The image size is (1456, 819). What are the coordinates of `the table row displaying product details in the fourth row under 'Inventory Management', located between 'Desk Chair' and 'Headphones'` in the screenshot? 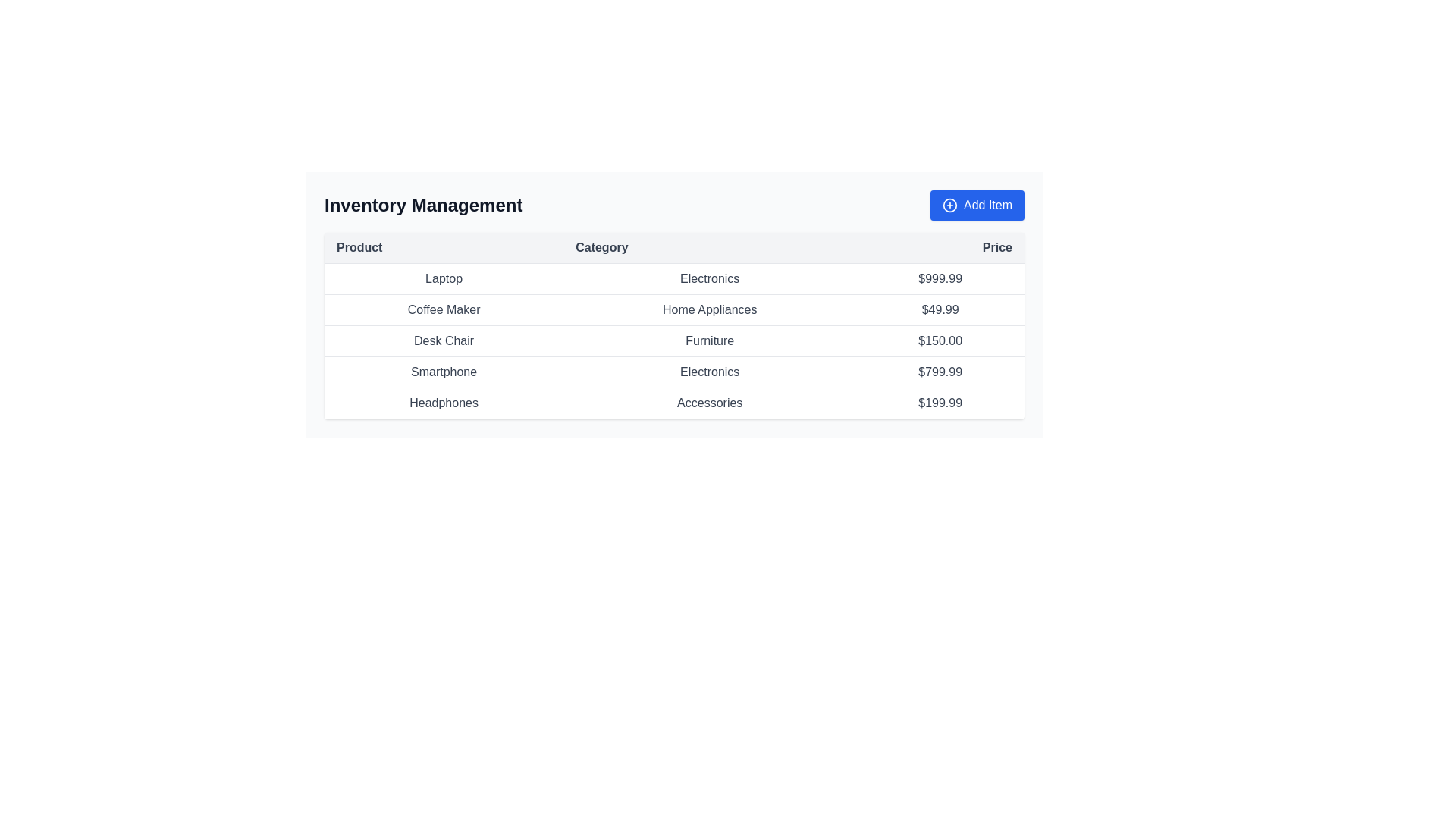 It's located at (673, 372).